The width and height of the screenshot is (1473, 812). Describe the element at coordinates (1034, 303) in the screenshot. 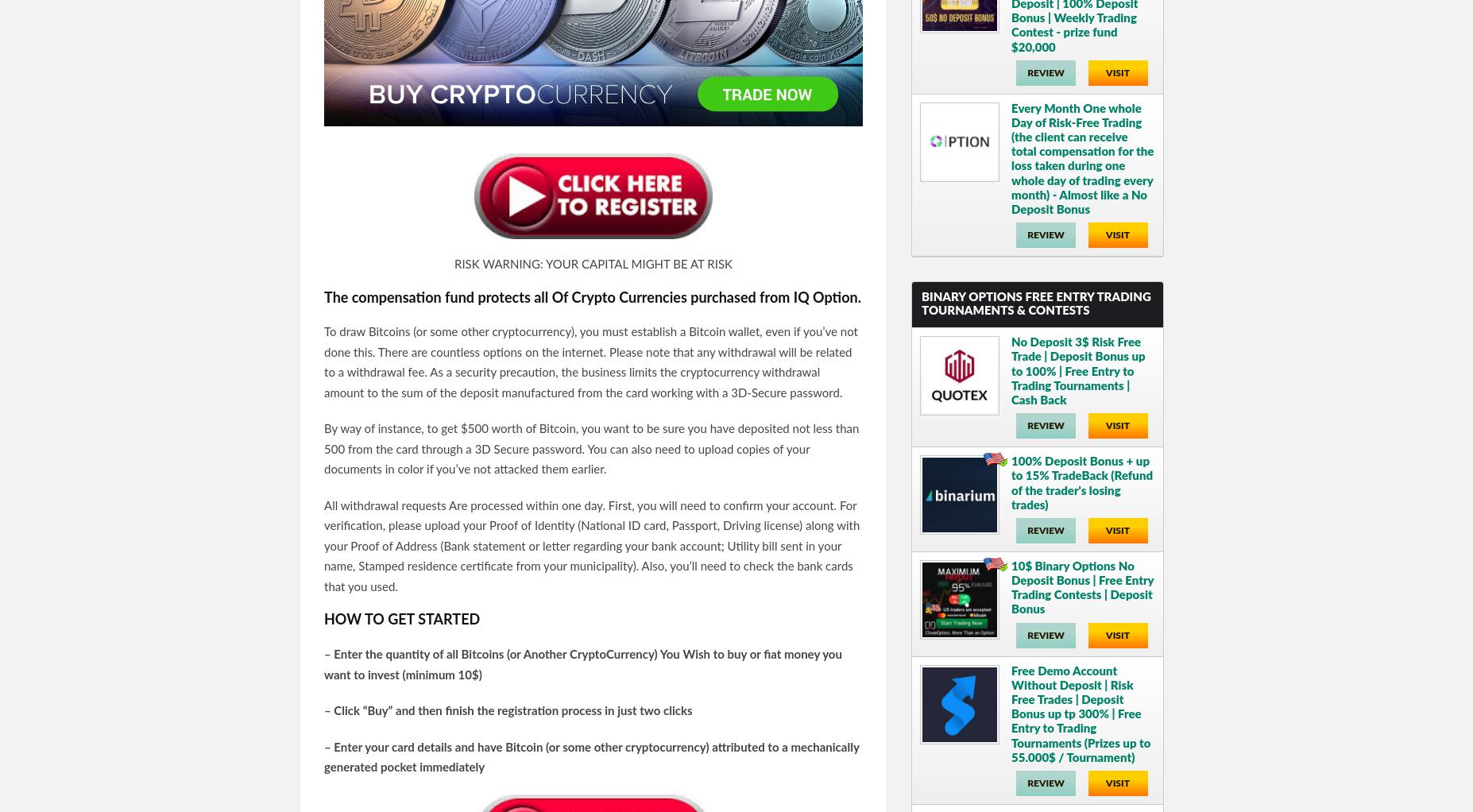

I see `'Binary Options Free Entry Trading Tournaments & Contests'` at that location.